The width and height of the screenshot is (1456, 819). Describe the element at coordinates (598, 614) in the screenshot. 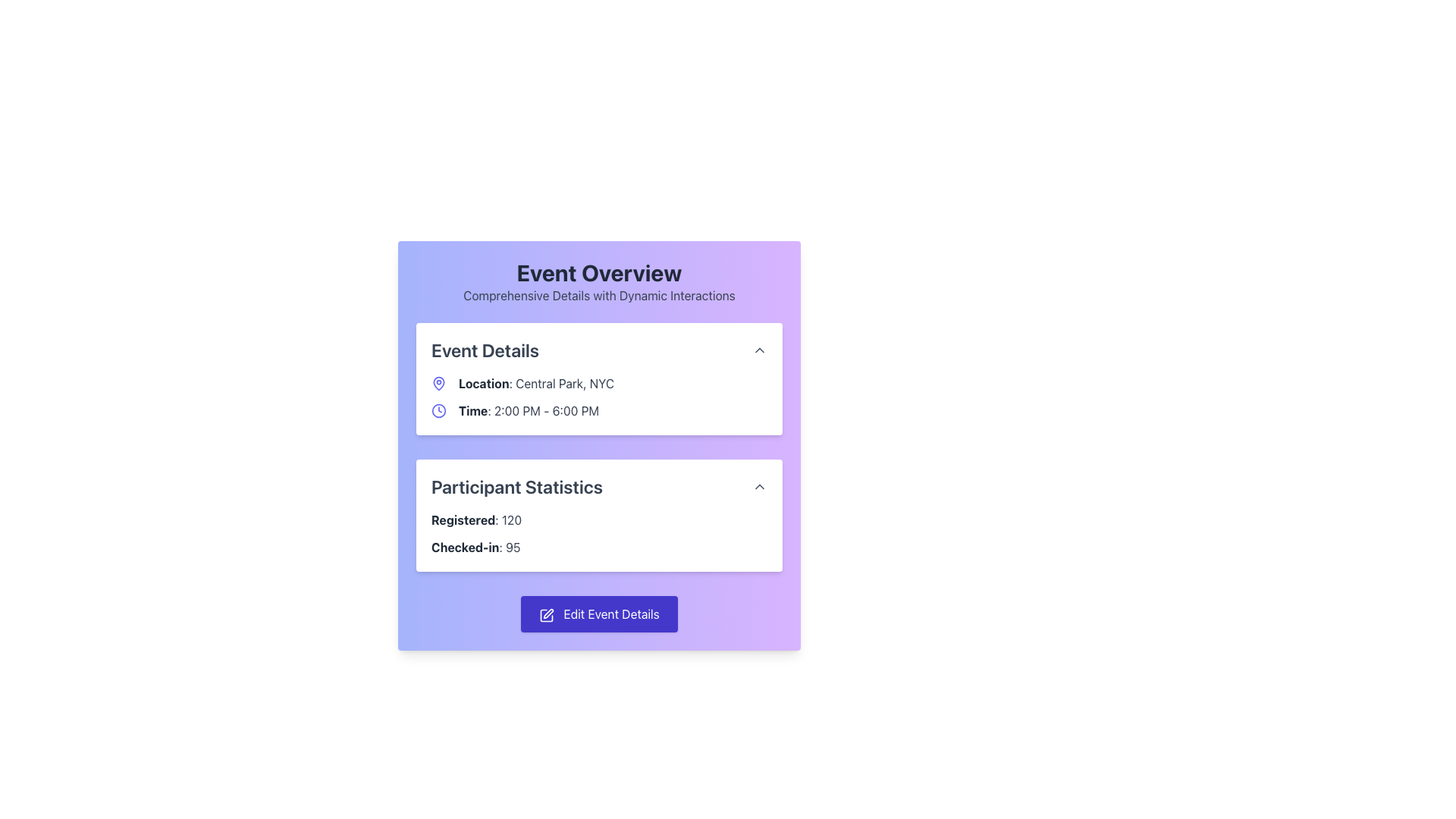

I see `the 'Edit Event Details' button, which has white text on a purple background and is located beneath the 'Participant Statistics' section` at that location.